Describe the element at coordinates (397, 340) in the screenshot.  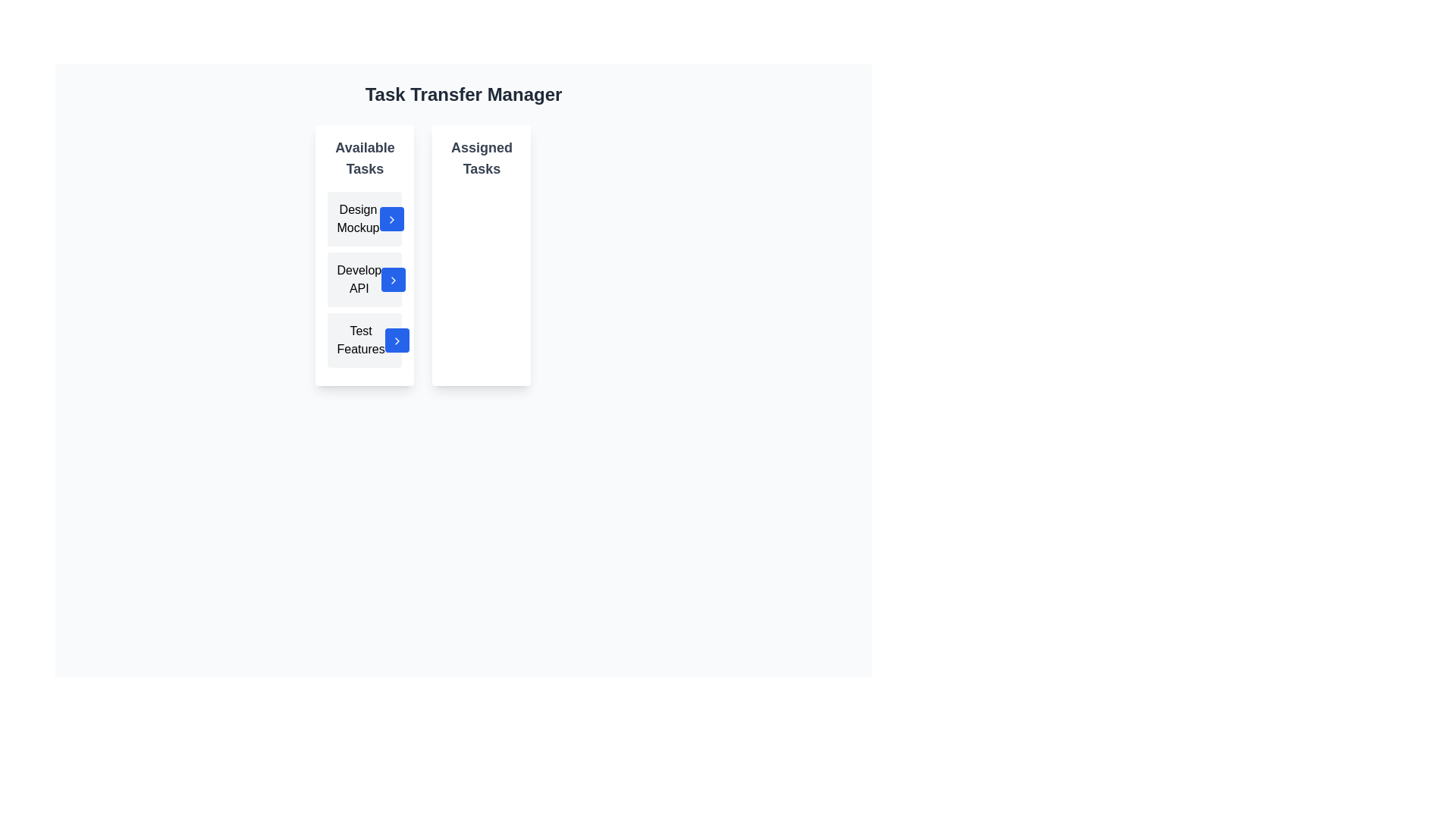
I see `the chevron icon associated with the 'Test Features' button` at that location.